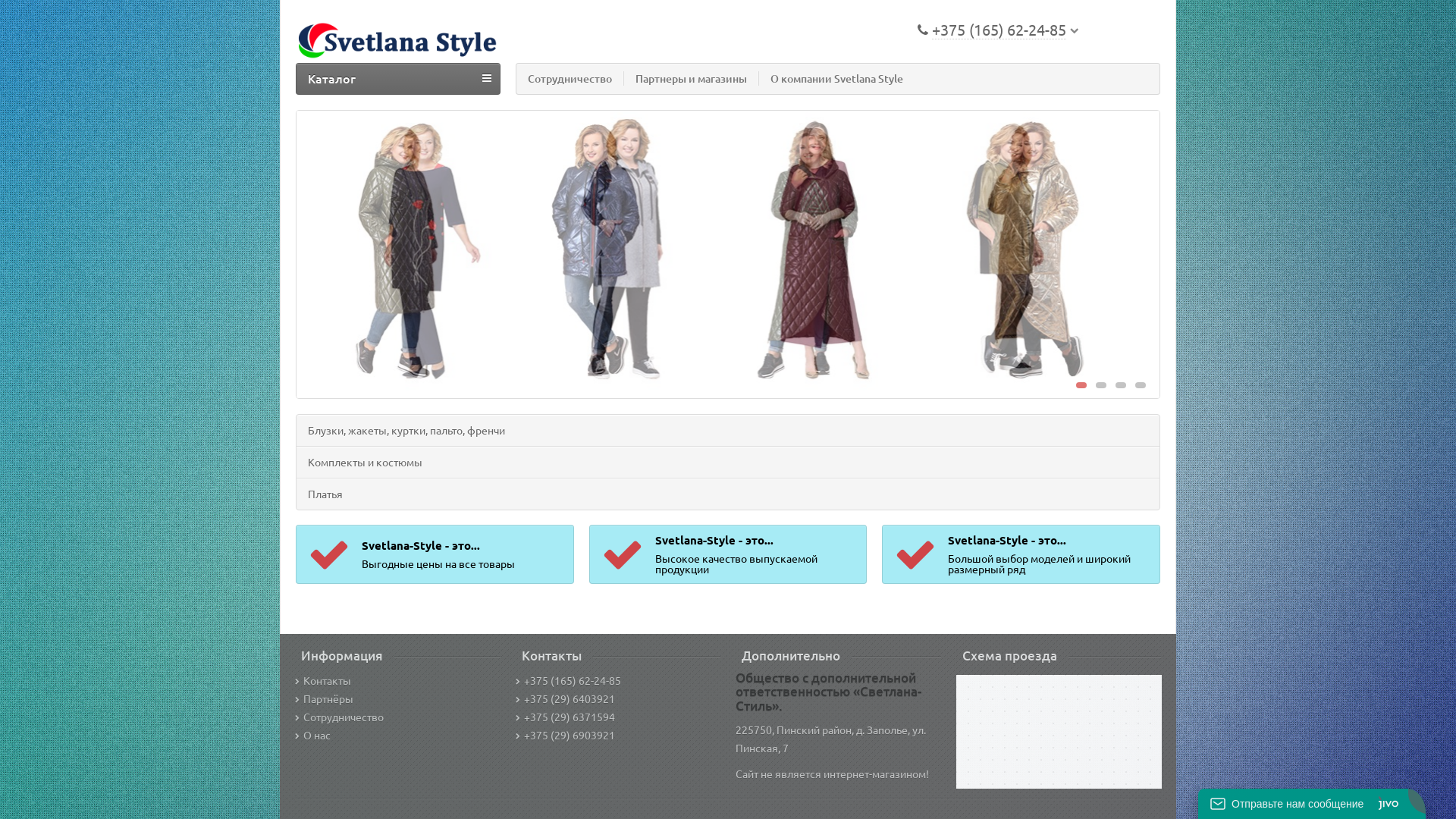 Image resolution: width=1456 pixels, height=819 pixels. I want to click on '+375 (29) 6403921', so click(564, 698).